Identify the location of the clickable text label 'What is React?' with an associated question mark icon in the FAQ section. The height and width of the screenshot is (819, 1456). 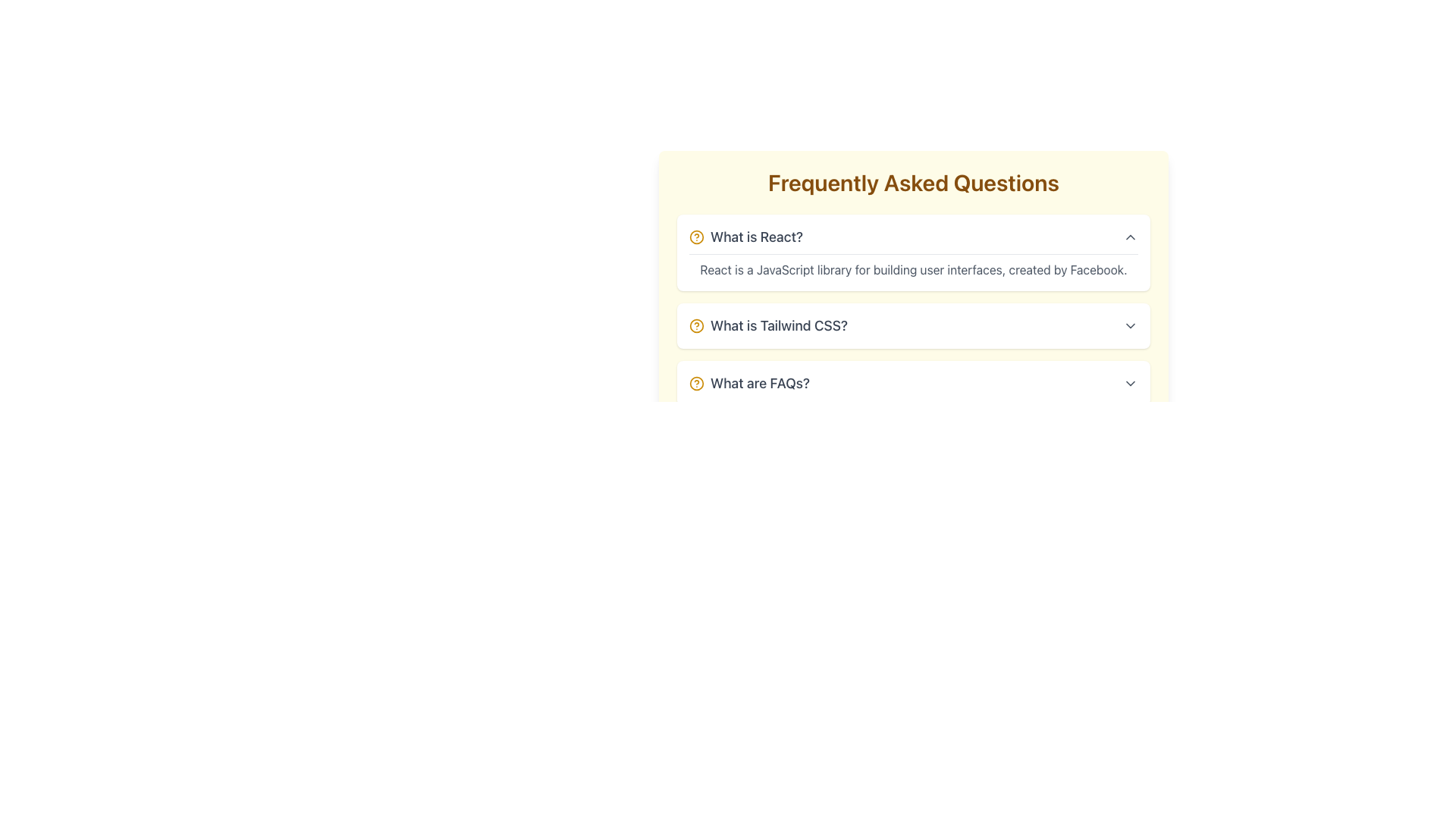
(745, 237).